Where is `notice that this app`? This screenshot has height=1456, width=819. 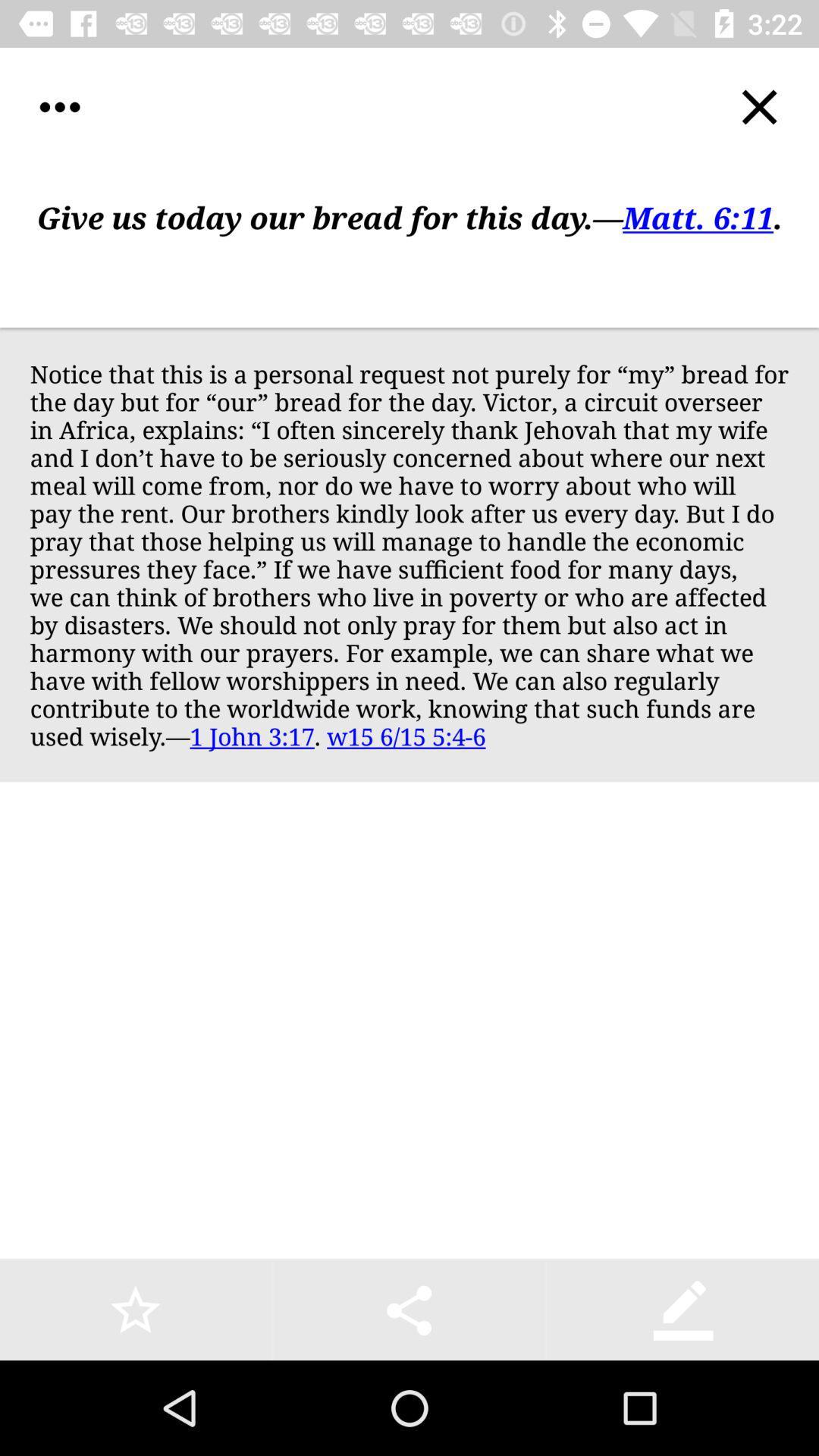 notice that this app is located at coordinates (409, 554).